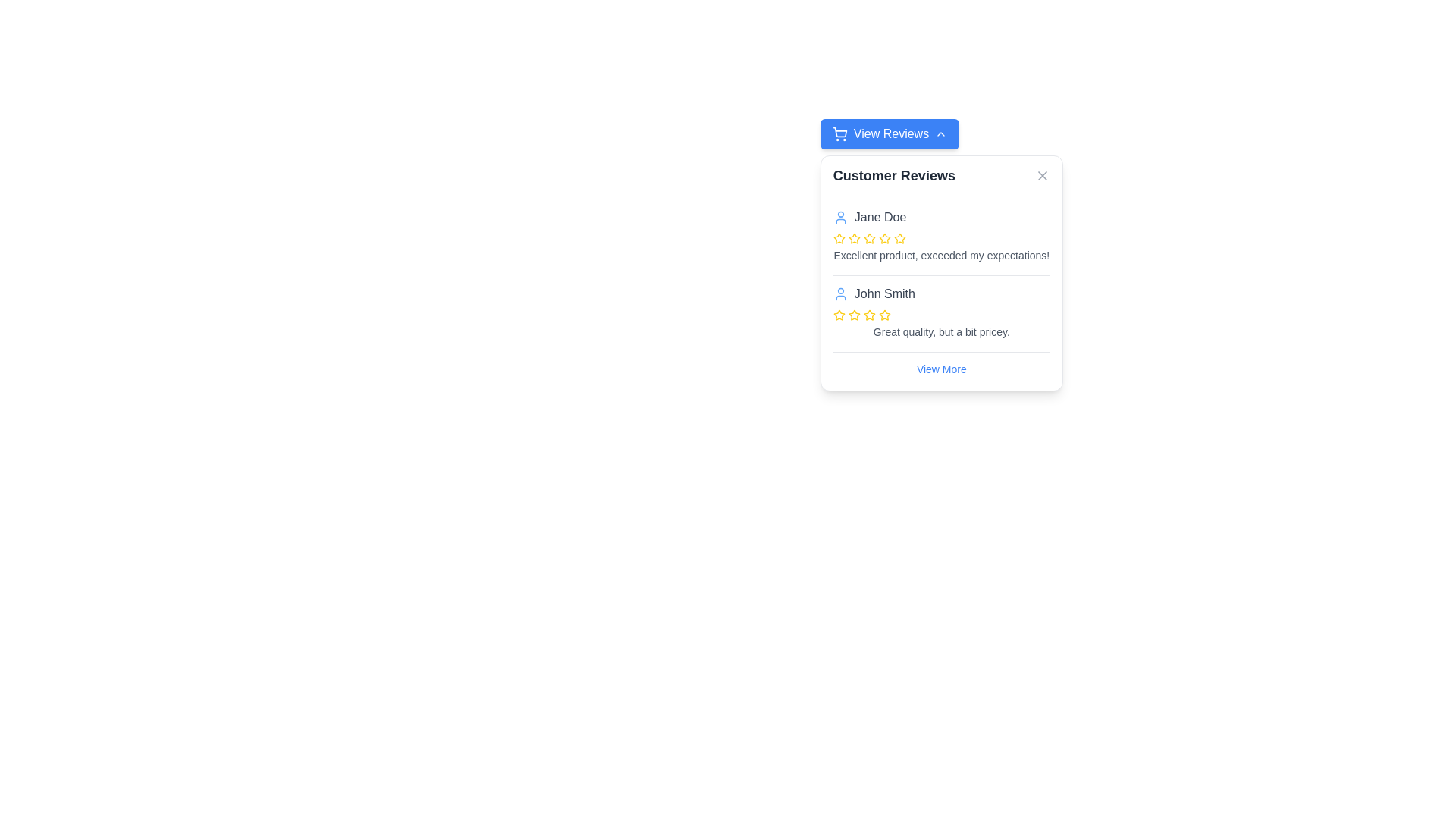  Describe the element at coordinates (838, 315) in the screenshot. I see `the first star icon in the 4-star rating system for the customer review by 'John Smith'` at that location.